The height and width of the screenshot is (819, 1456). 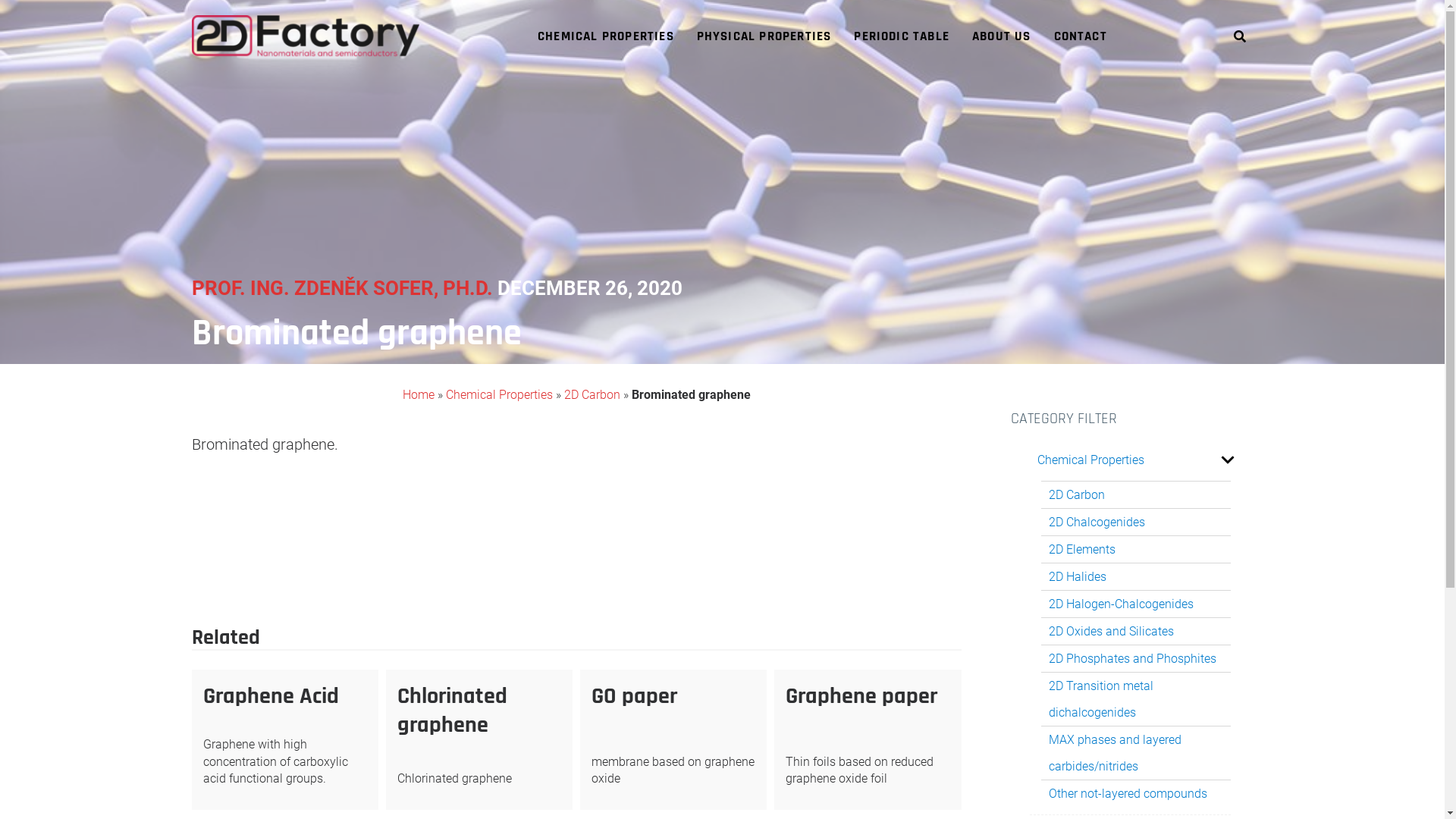 I want to click on 'PHYSICAL PROPERTIES', so click(x=764, y=36).